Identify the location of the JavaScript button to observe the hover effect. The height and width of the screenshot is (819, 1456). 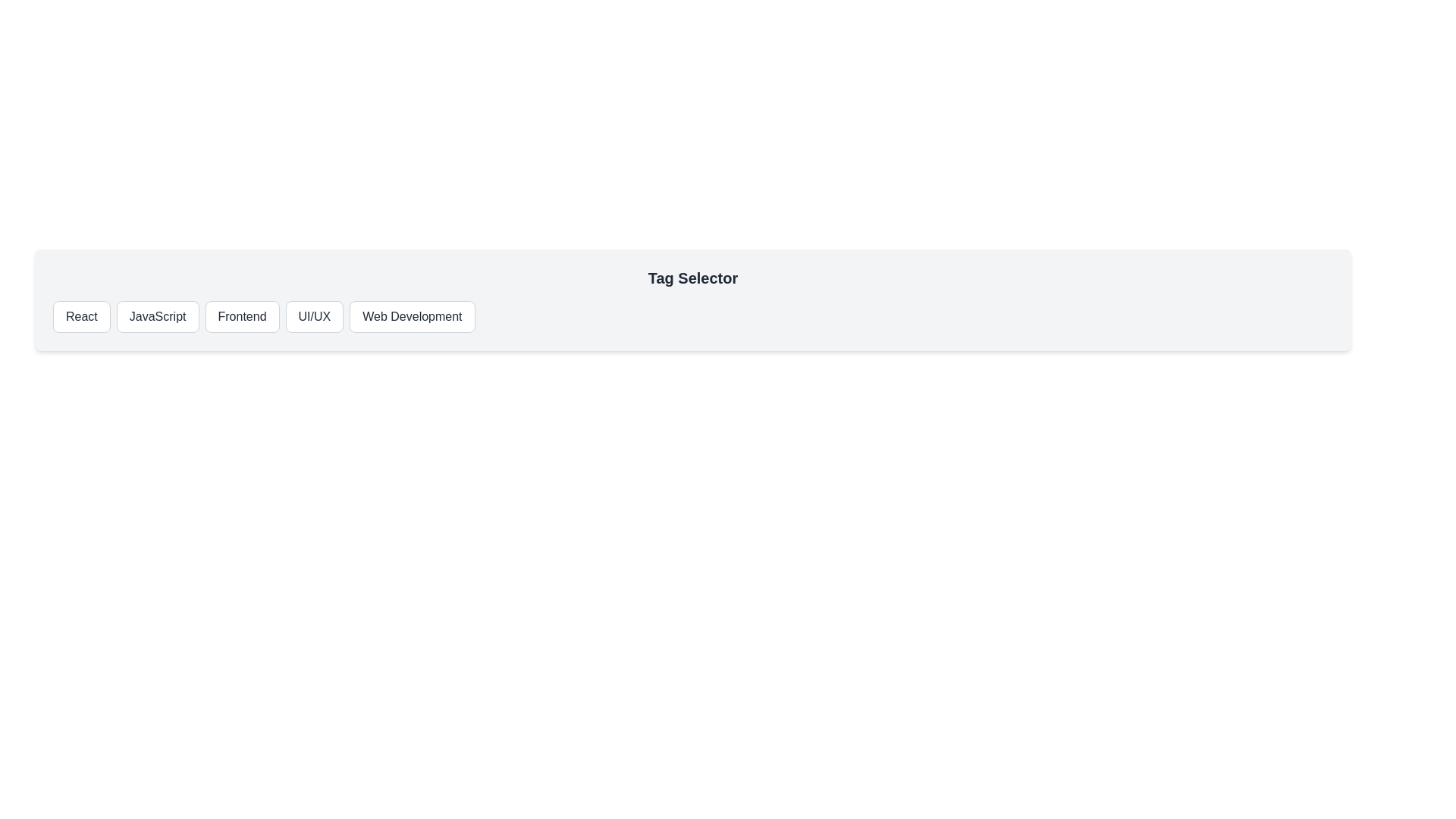
(158, 315).